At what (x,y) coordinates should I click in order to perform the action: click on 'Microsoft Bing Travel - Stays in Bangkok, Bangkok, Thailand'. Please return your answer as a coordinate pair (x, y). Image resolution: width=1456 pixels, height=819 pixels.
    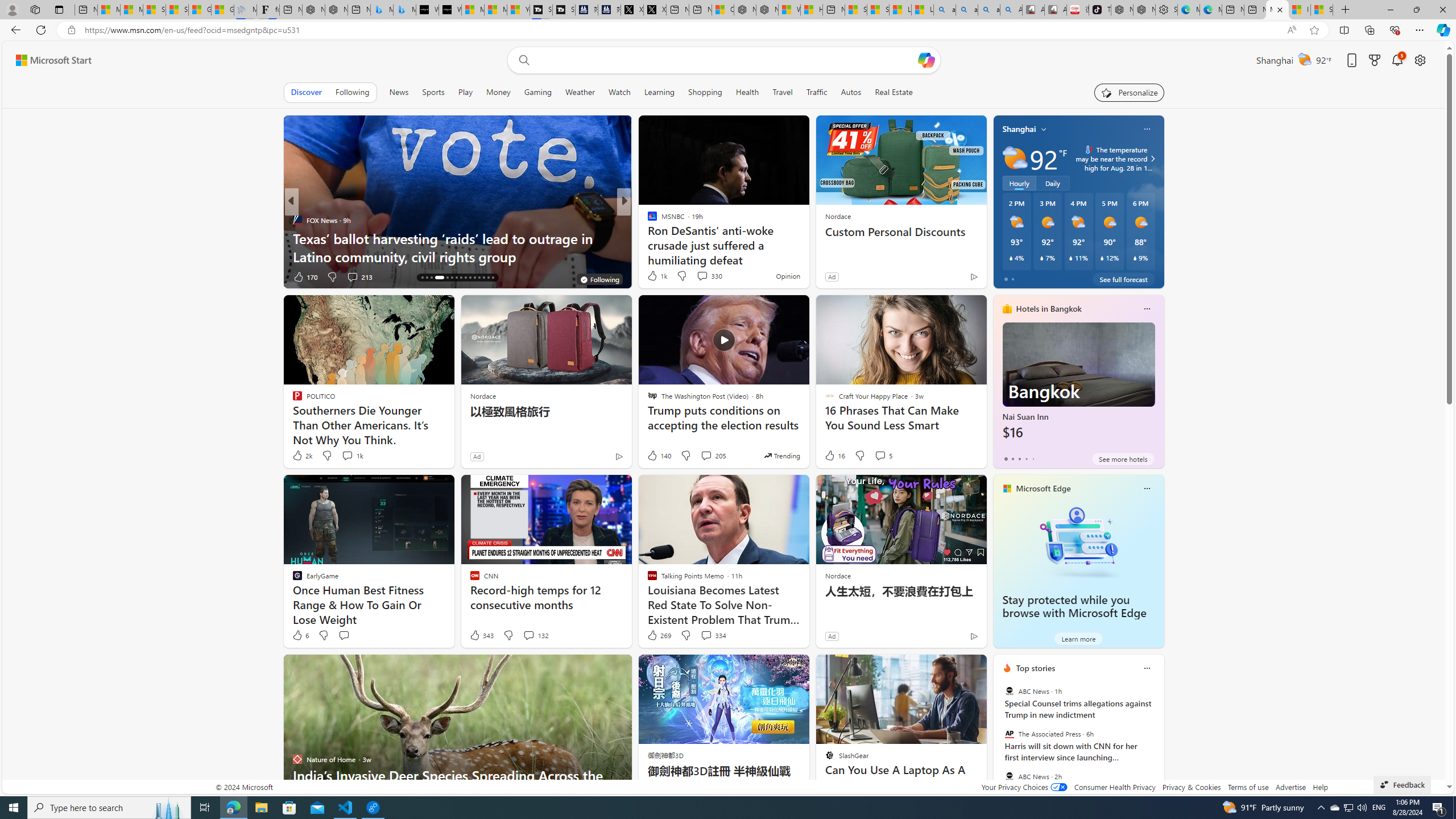
    Looking at the image, I should click on (380, 9).